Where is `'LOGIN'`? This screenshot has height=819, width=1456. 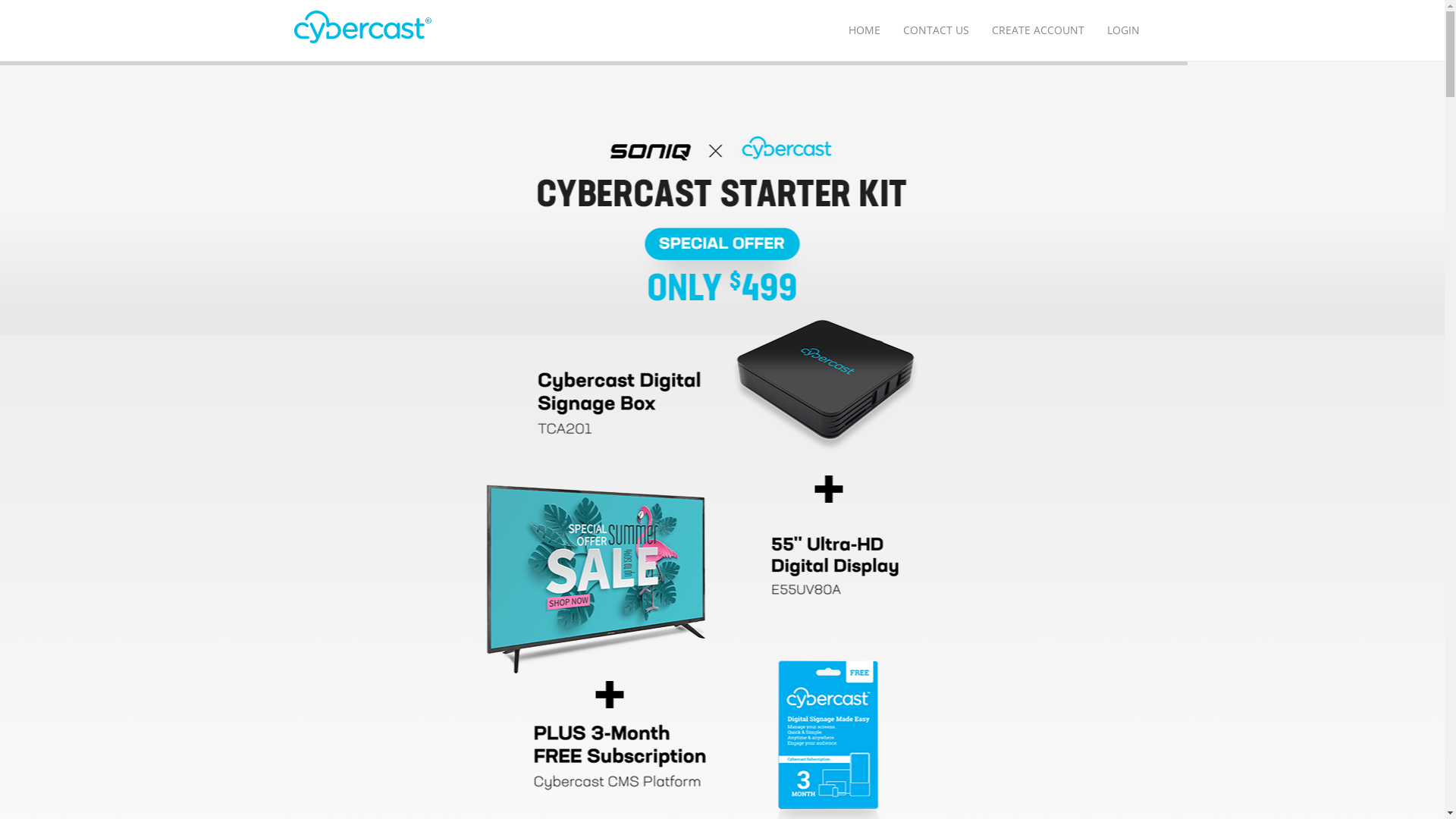
'LOGIN' is located at coordinates (1122, 30).